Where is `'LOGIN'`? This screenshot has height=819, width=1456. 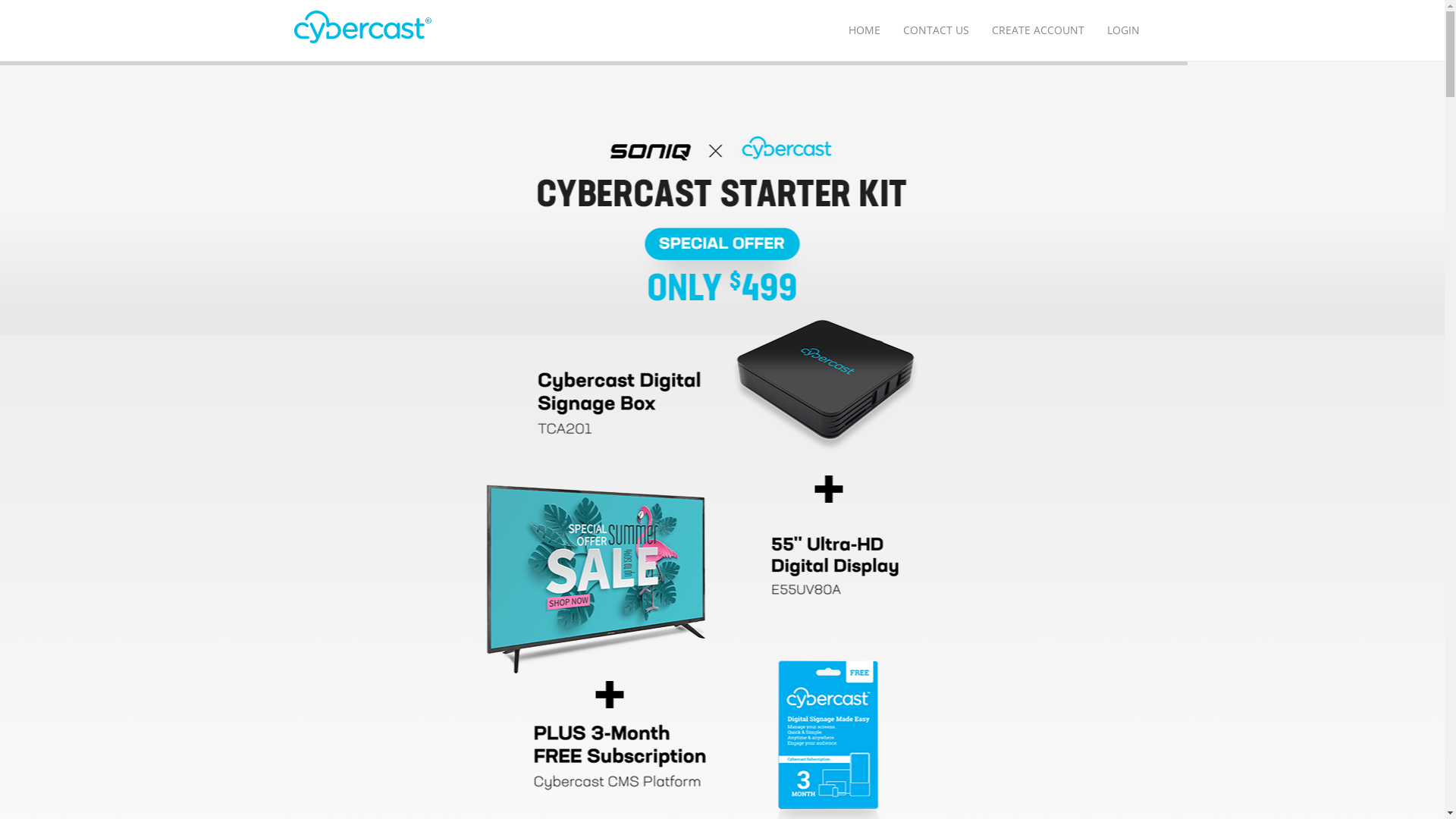
'LOGIN' is located at coordinates (1122, 30).